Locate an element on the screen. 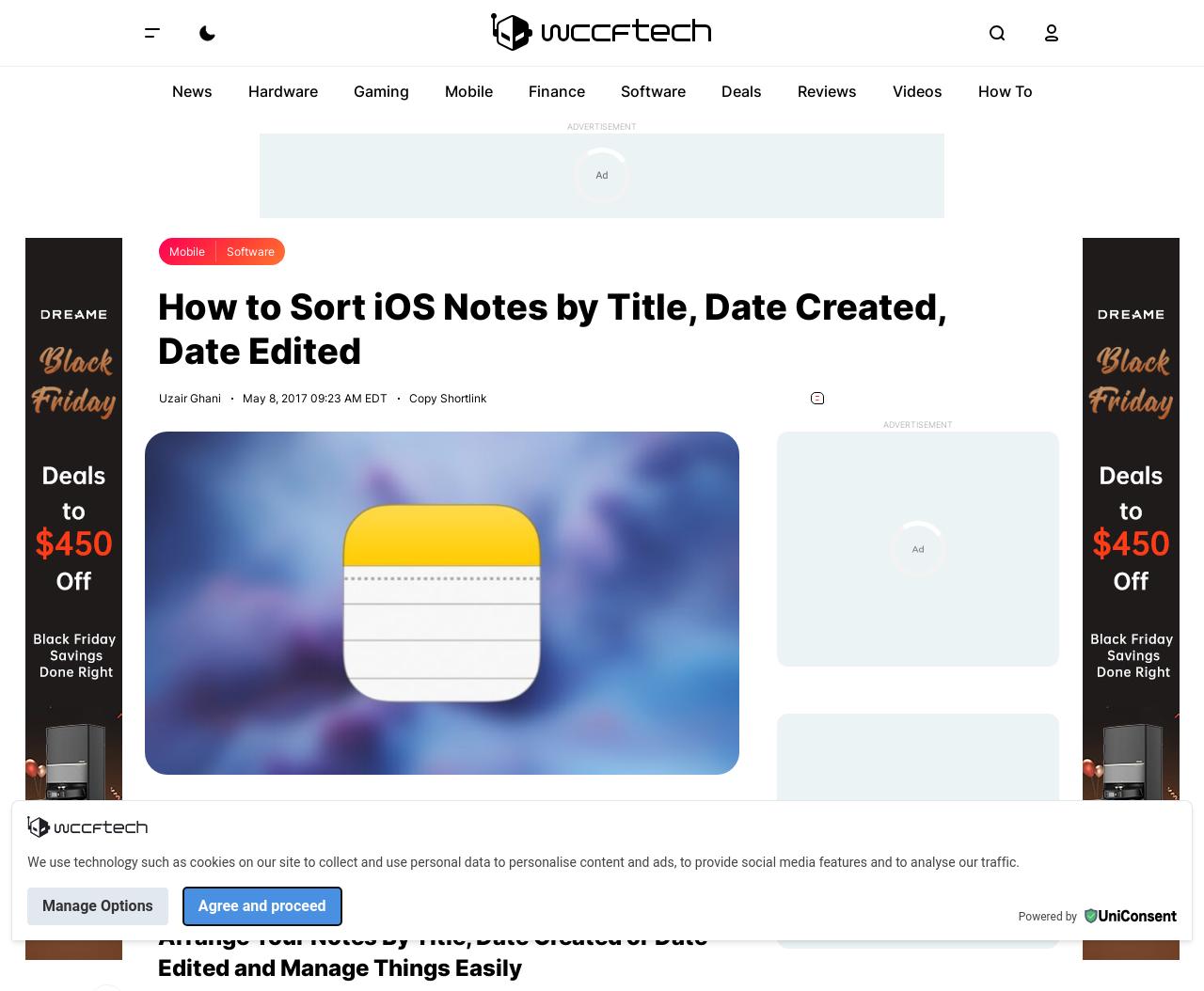  'News' is located at coordinates (191, 89).